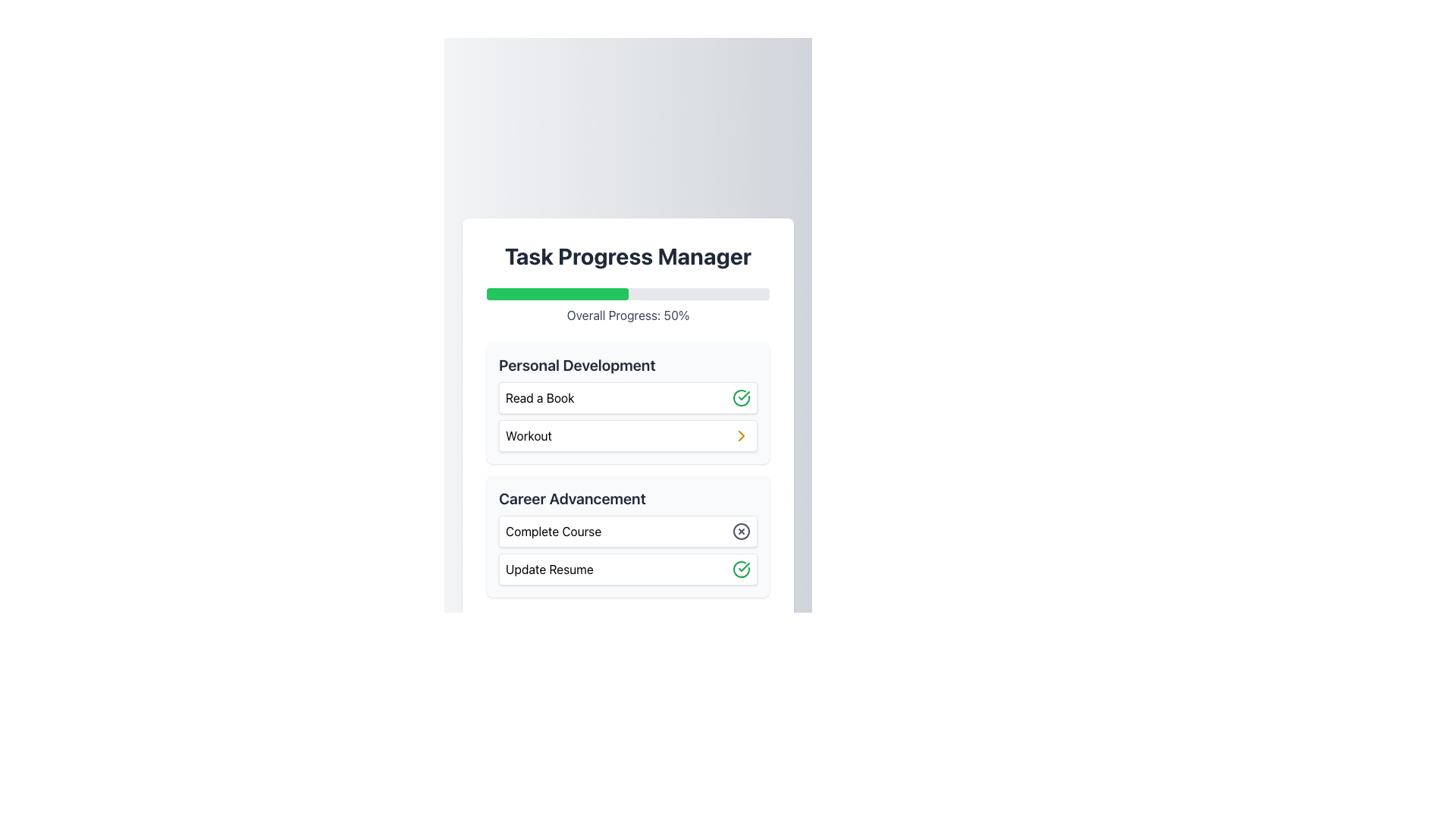  I want to click on the text label indicating 'Personal Development', which serves as a section header for related tasks, so click(628, 366).